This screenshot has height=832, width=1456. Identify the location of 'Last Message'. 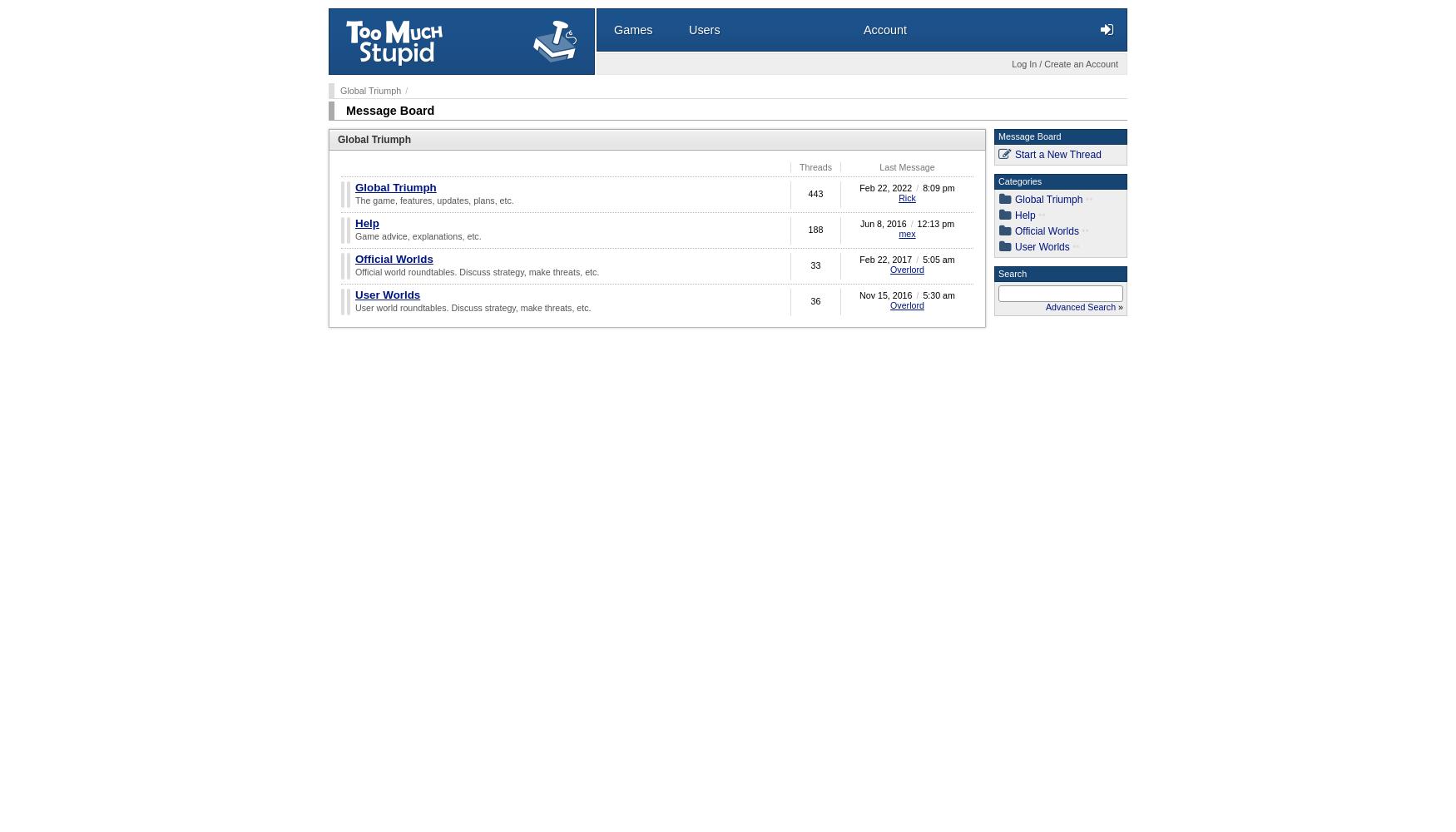
(907, 166).